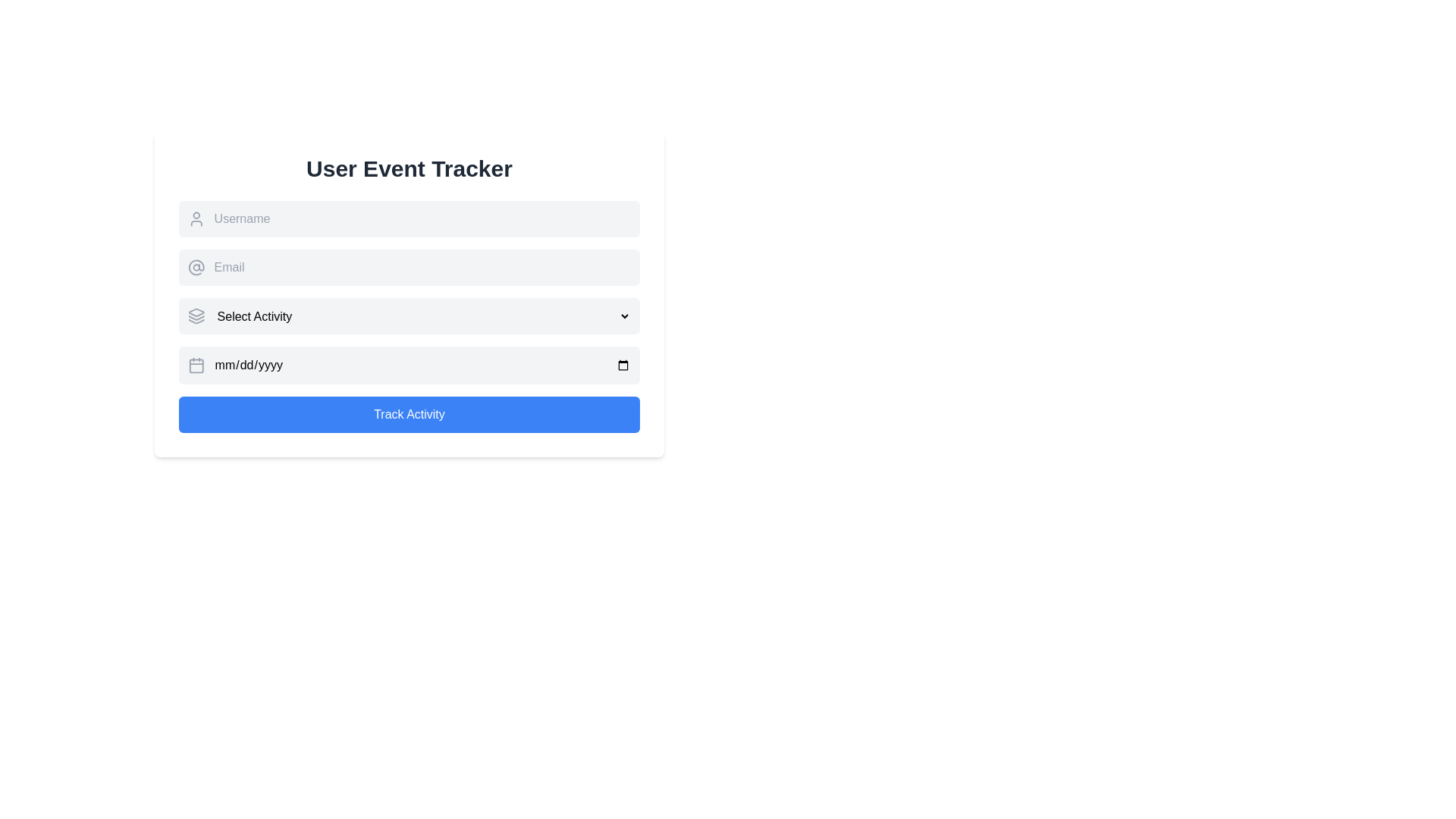  Describe the element at coordinates (196, 317) in the screenshot. I see `the middle layer of the icon depicting stacked layers, which has a triangular, wave-like shape with a gray outline and no fill, located to the left of the 'Select Activity' section of a form` at that location.